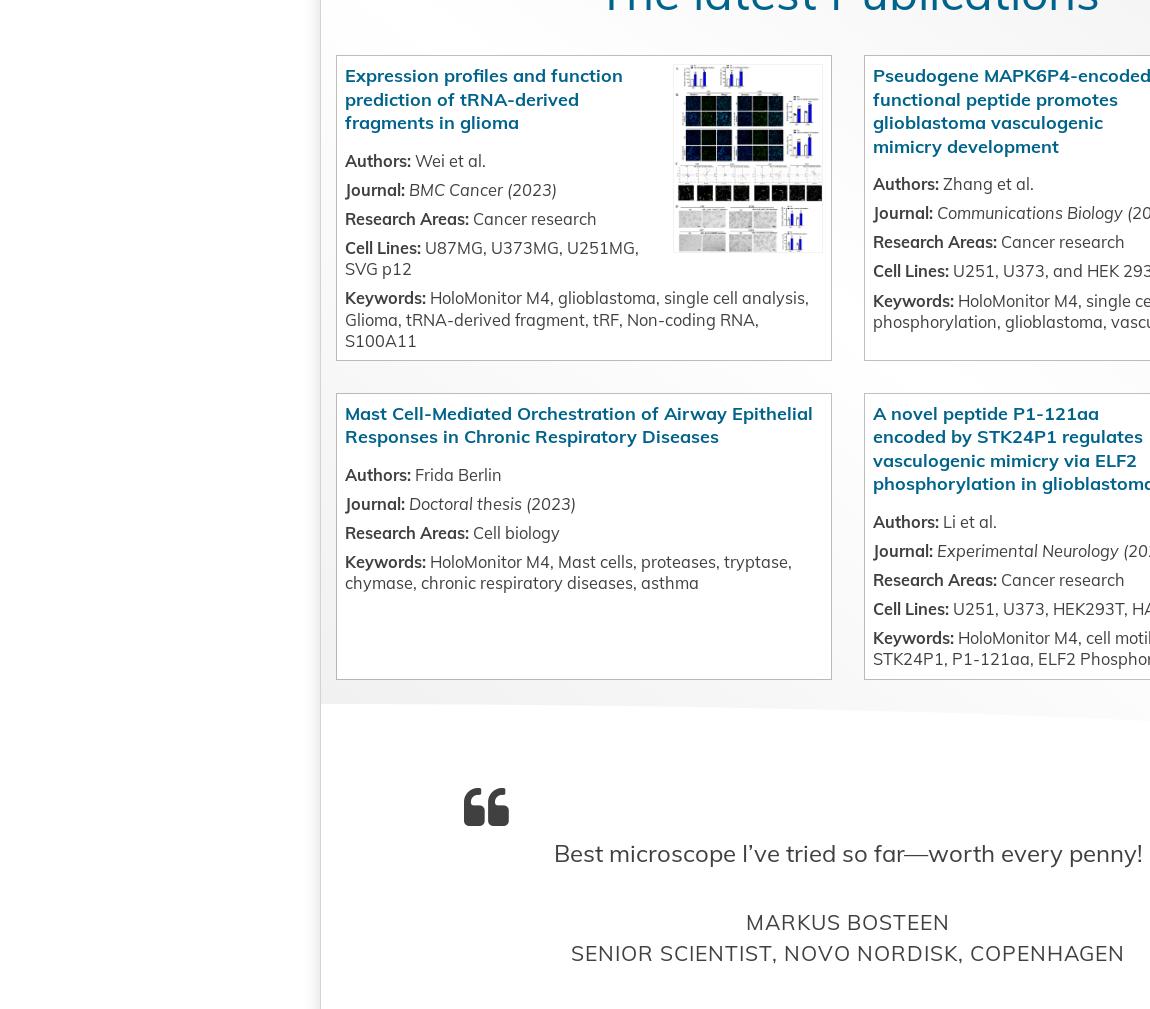  I want to click on 'U87MG, U373MG, U251MG, SVG p12', so click(560, 358).